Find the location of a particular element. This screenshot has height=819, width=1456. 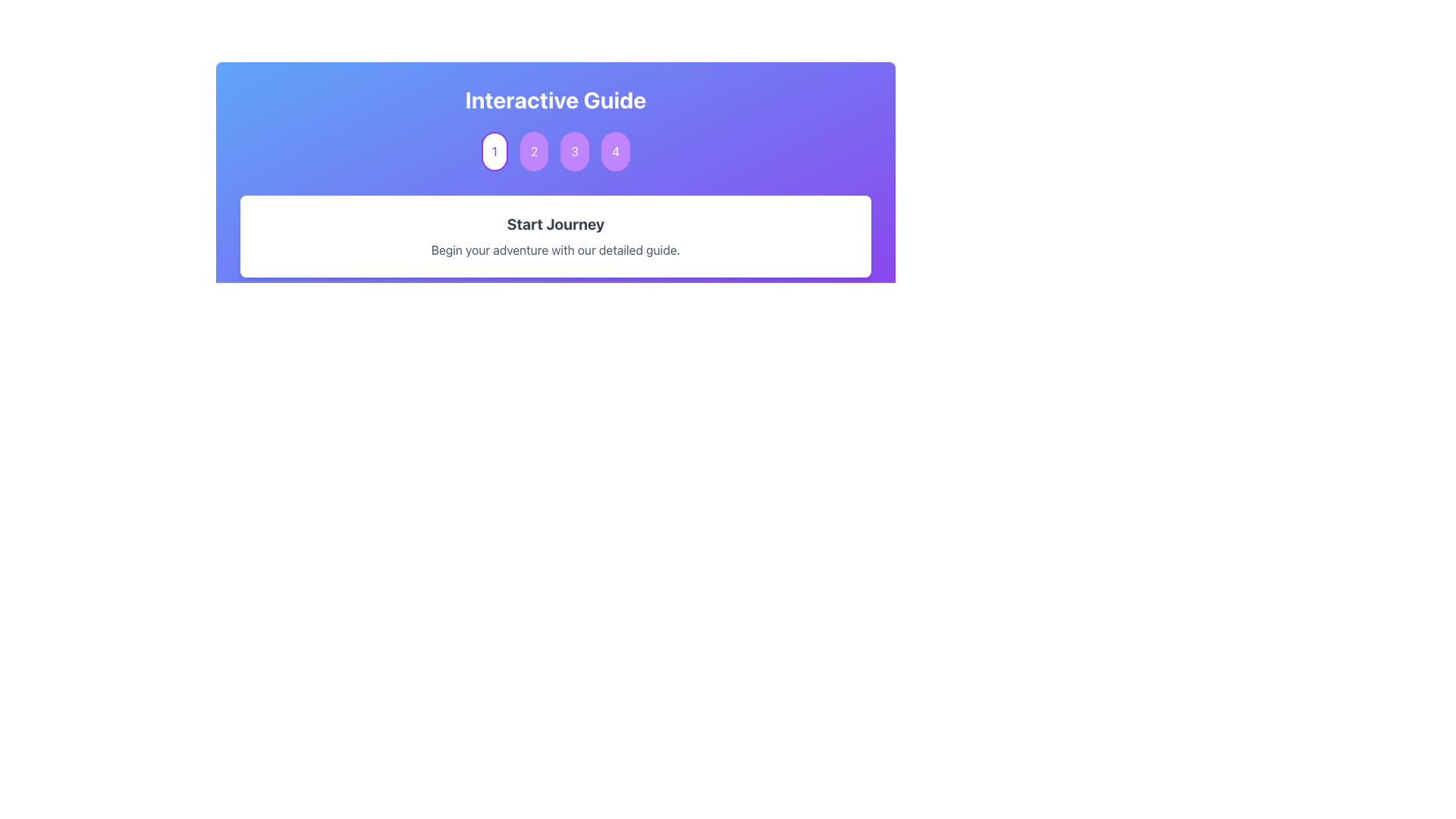

the first circular button in the horizontal sequence under the 'Interactive Guide' heading is located at coordinates (494, 152).